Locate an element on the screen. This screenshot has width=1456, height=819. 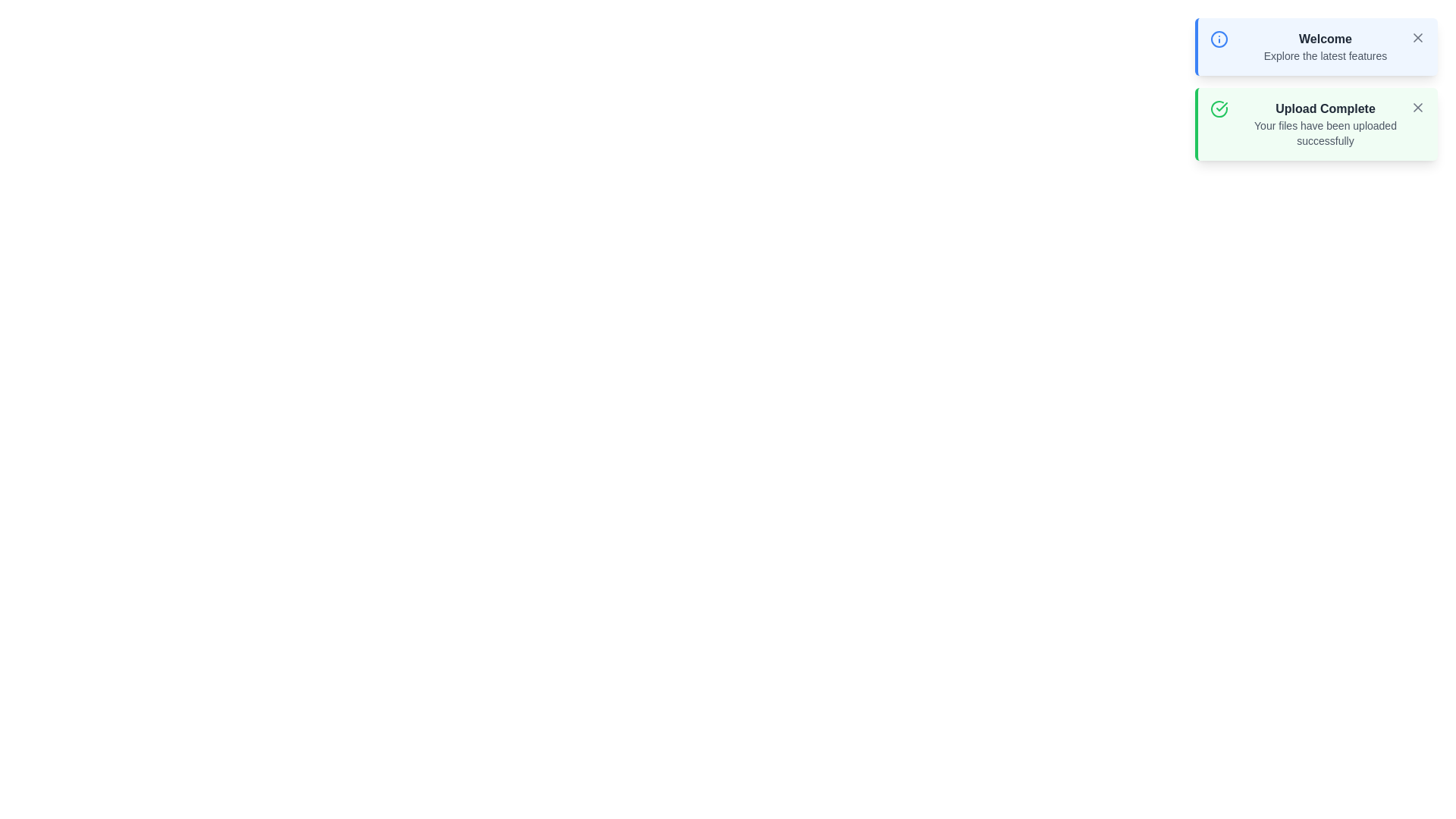
the notification panel to display the notifications is located at coordinates (1316, 89).